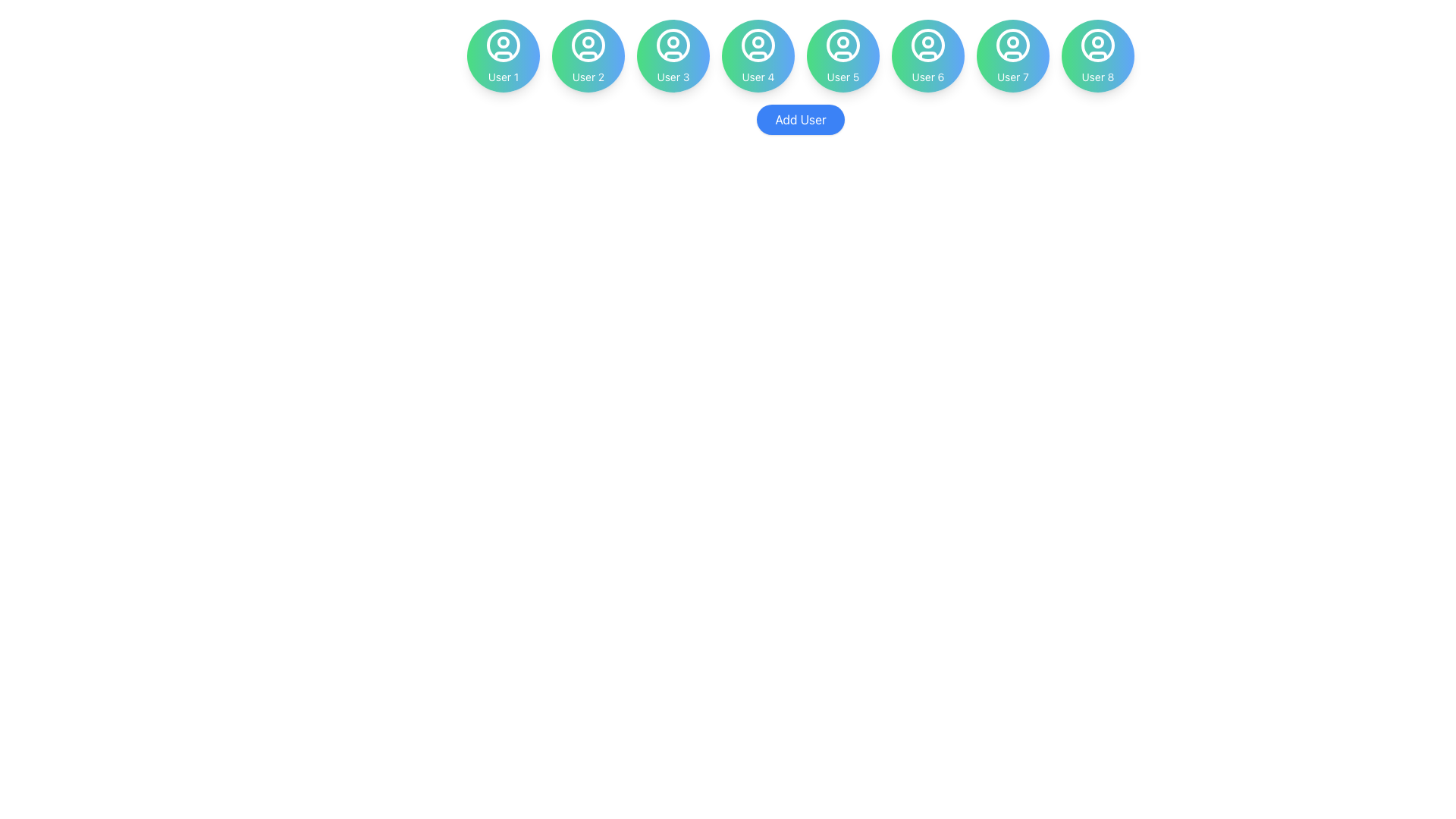  I want to click on the circular user button representing the user profile, located at the far right of the horizontal list of user buttons, so click(1098, 55).